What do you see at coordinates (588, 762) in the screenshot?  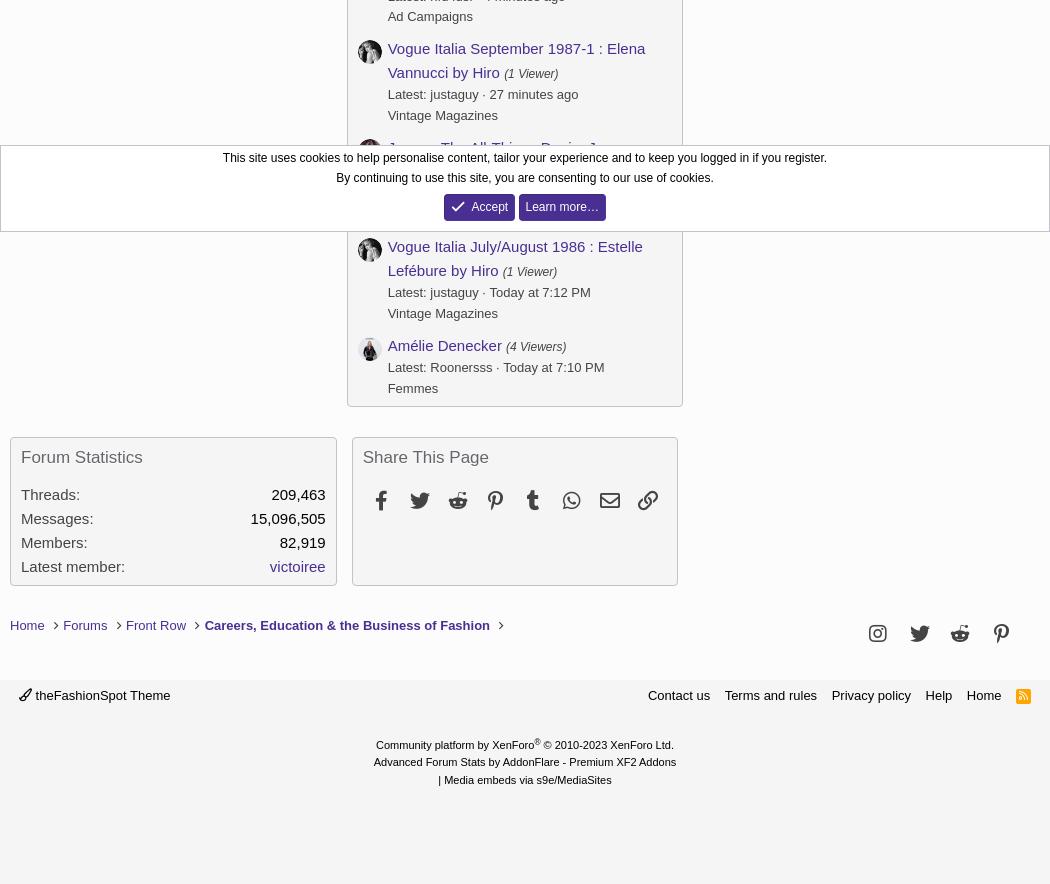 I see `'AddonFlare - Premium XF2 Addons'` at bounding box center [588, 762].